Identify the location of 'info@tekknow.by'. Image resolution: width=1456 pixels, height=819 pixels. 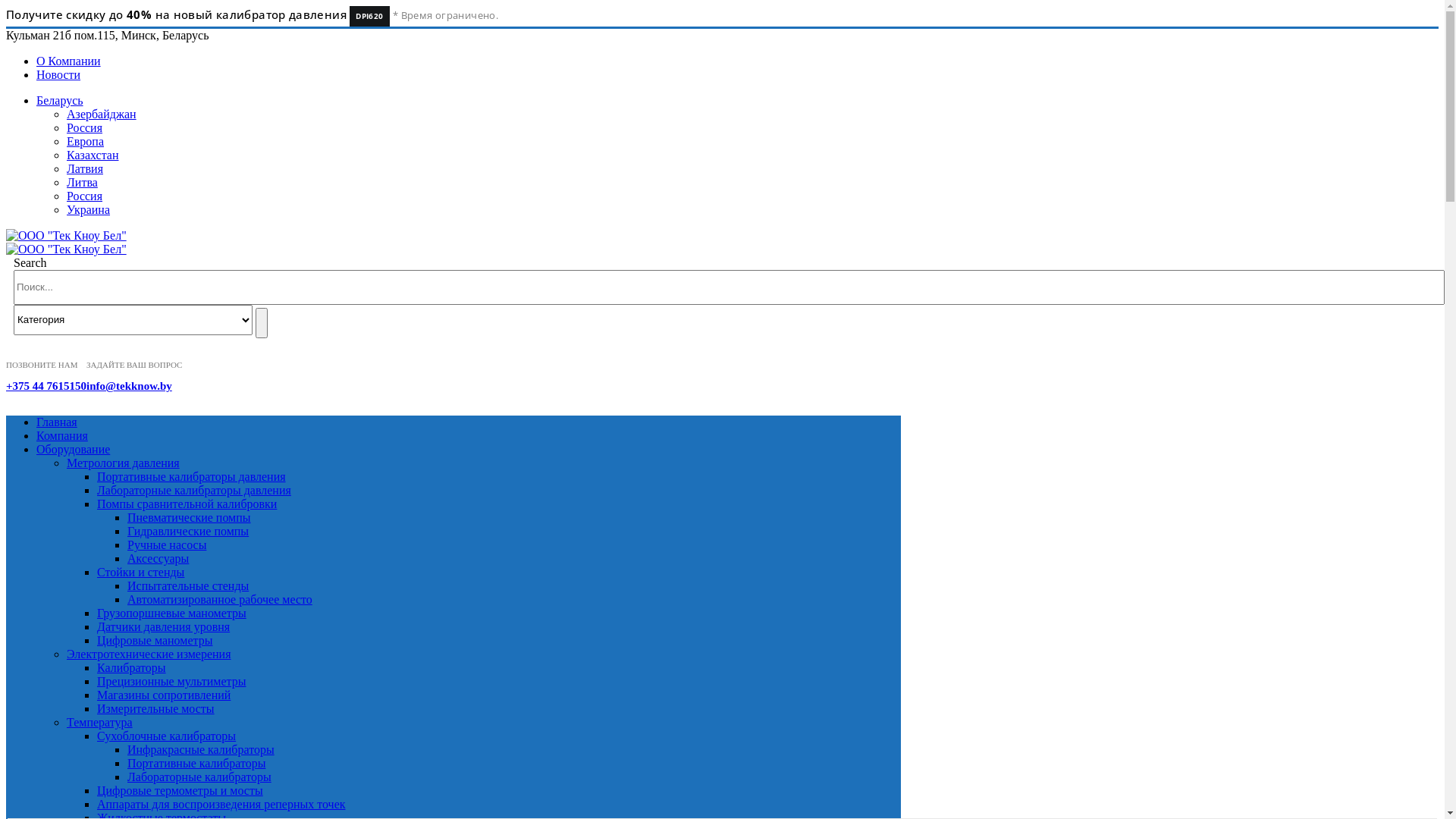
(129, 385).